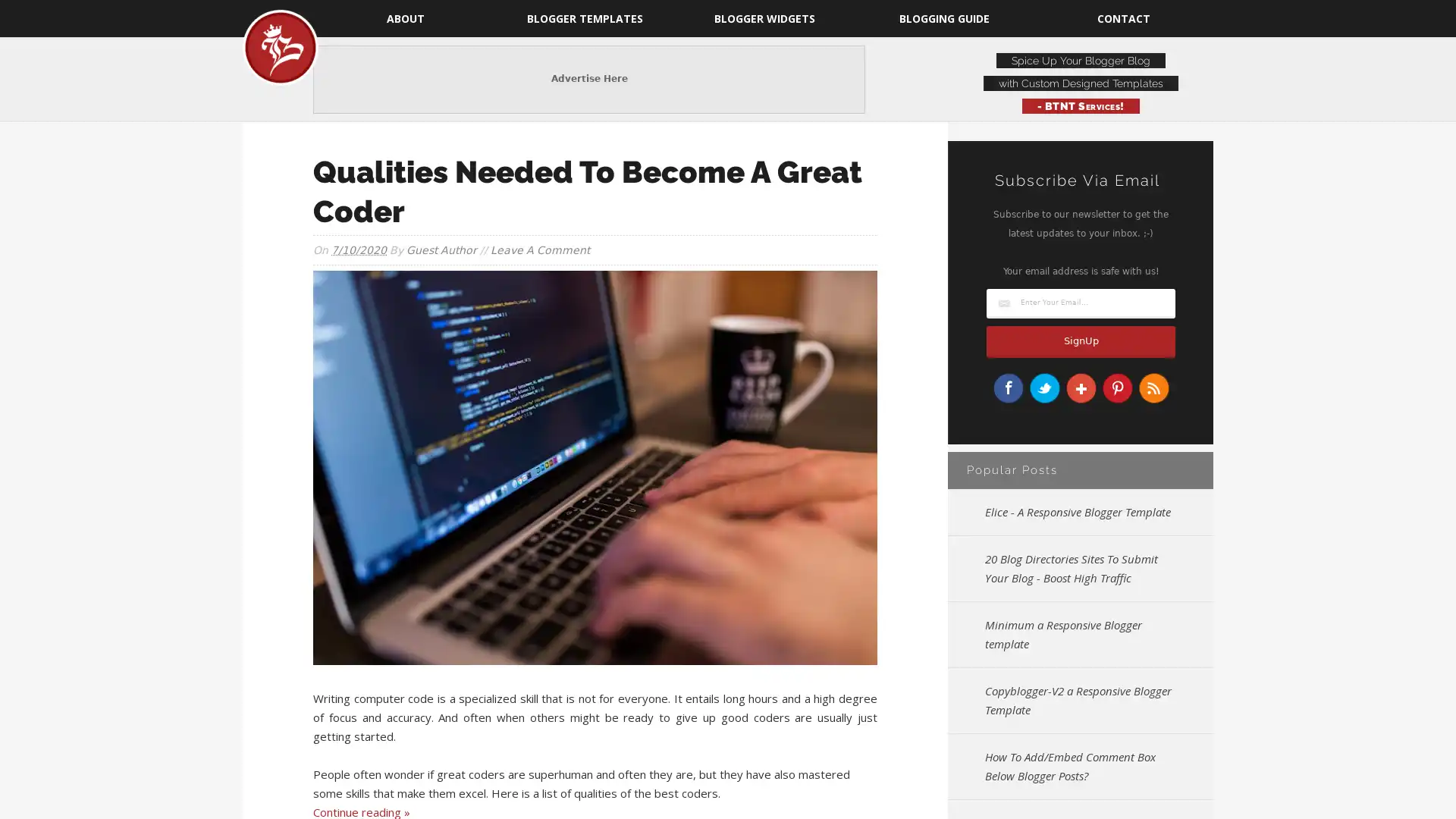 The width and height of the screenshot is (1456, 819). Describe the element at coordinates (1080, 342) in the screenshot. I see `SignUp` at that location.